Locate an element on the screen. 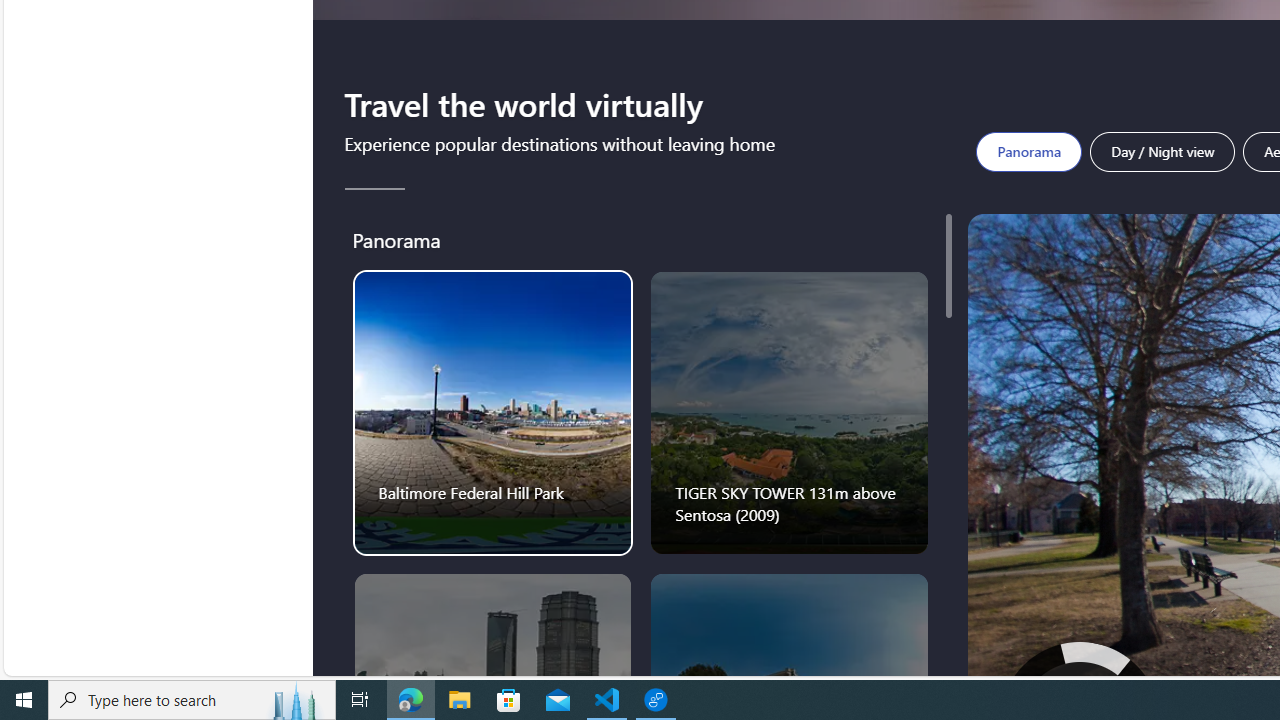 The height and width of the screenshot is (720, 1280). 'Panorama' is located at coordinates (1029, 150).